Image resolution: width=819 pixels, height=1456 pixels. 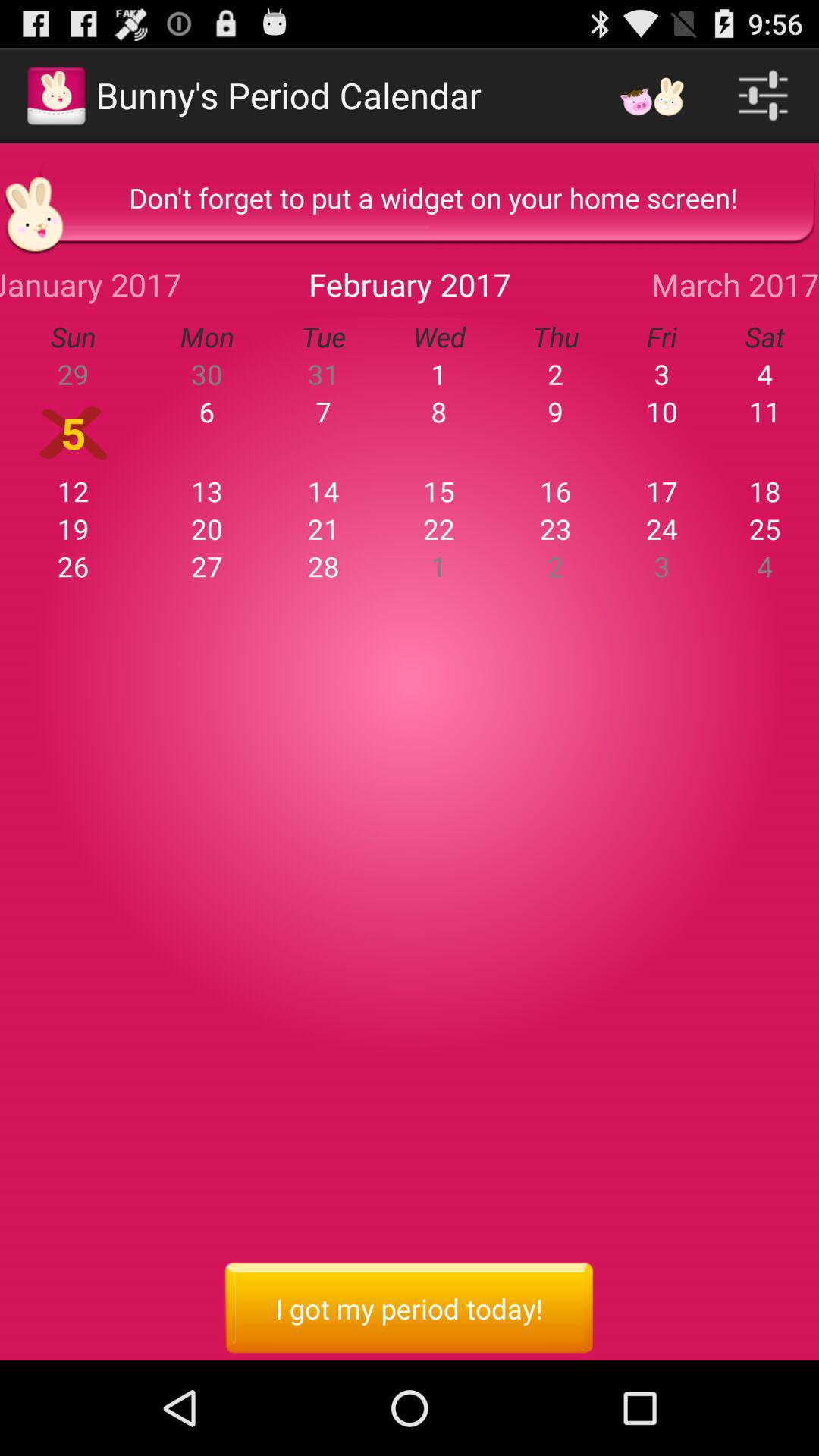 What do you see at coordinates (661, 336) in the screenshot?
I see `the fri item` at bounding box center [661, 336].